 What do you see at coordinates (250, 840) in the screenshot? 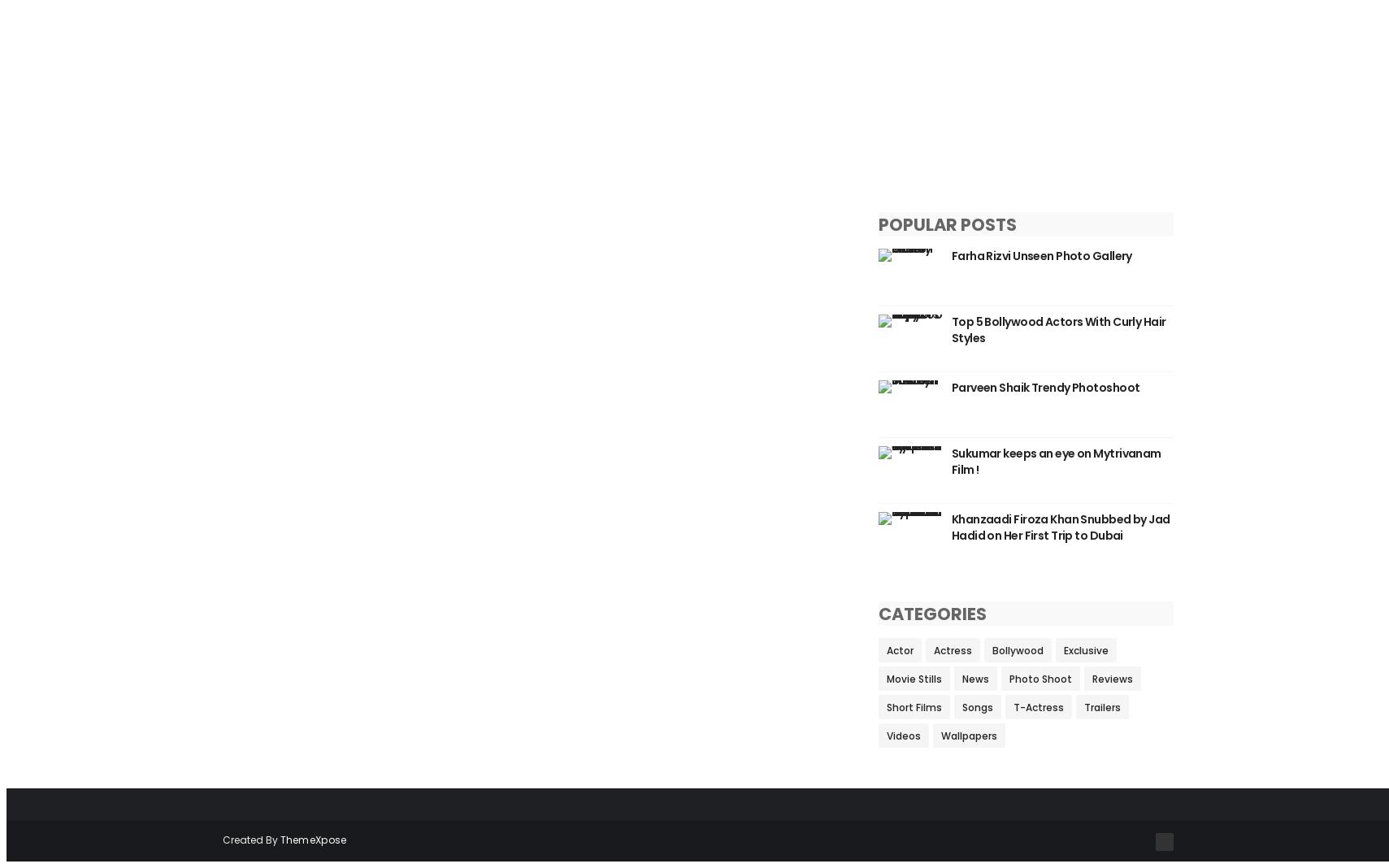
I see `'Created By'` at bounding box center [250, 840].